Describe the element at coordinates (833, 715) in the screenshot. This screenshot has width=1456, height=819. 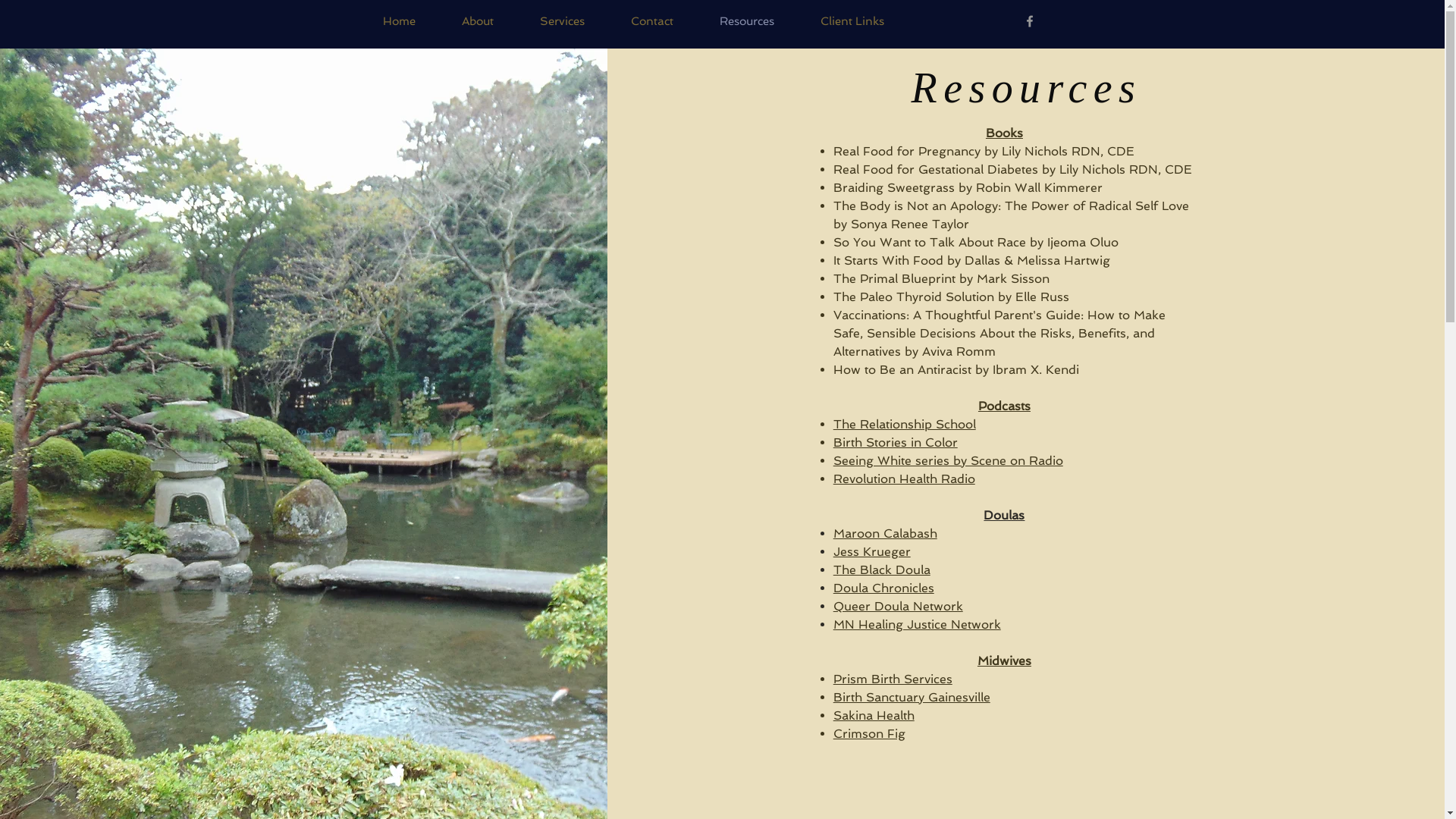
I see `'Sakina Health'` at that location.